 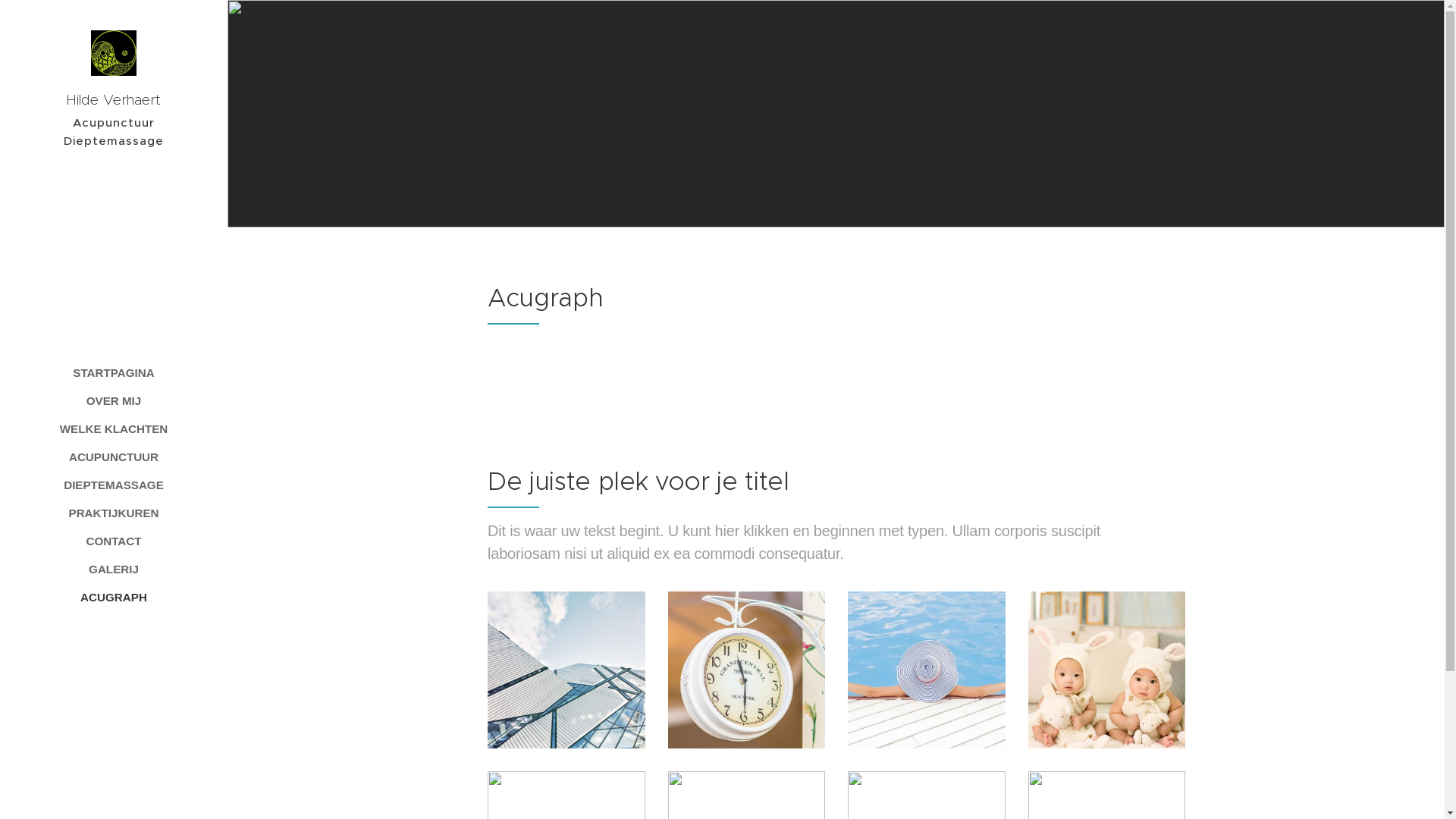 What do you see at coordinates (112, 400) in the screenshot?
I see `'OVER MIJ'` at bounding box center [112, 400].